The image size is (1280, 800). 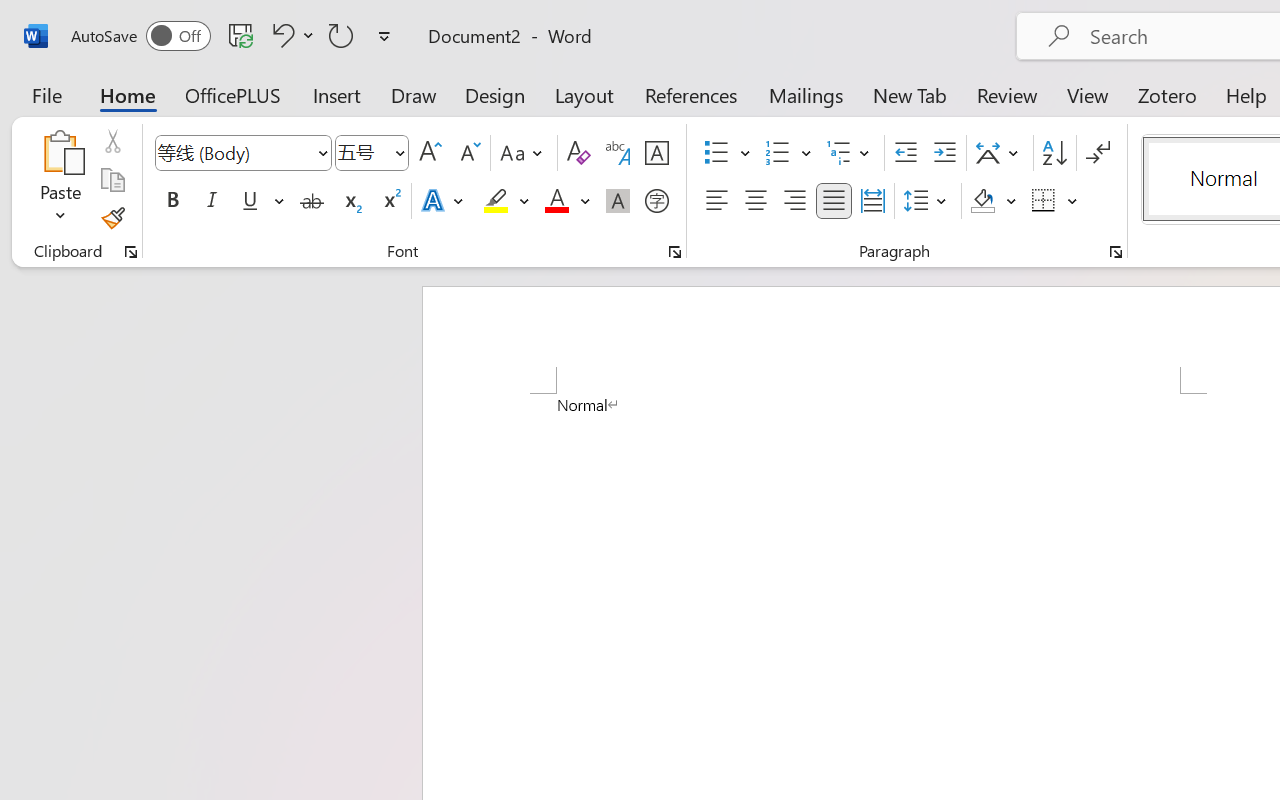 I want to click on 'Shading RGB(0, 0, 0)', so click(x=983, y=201).